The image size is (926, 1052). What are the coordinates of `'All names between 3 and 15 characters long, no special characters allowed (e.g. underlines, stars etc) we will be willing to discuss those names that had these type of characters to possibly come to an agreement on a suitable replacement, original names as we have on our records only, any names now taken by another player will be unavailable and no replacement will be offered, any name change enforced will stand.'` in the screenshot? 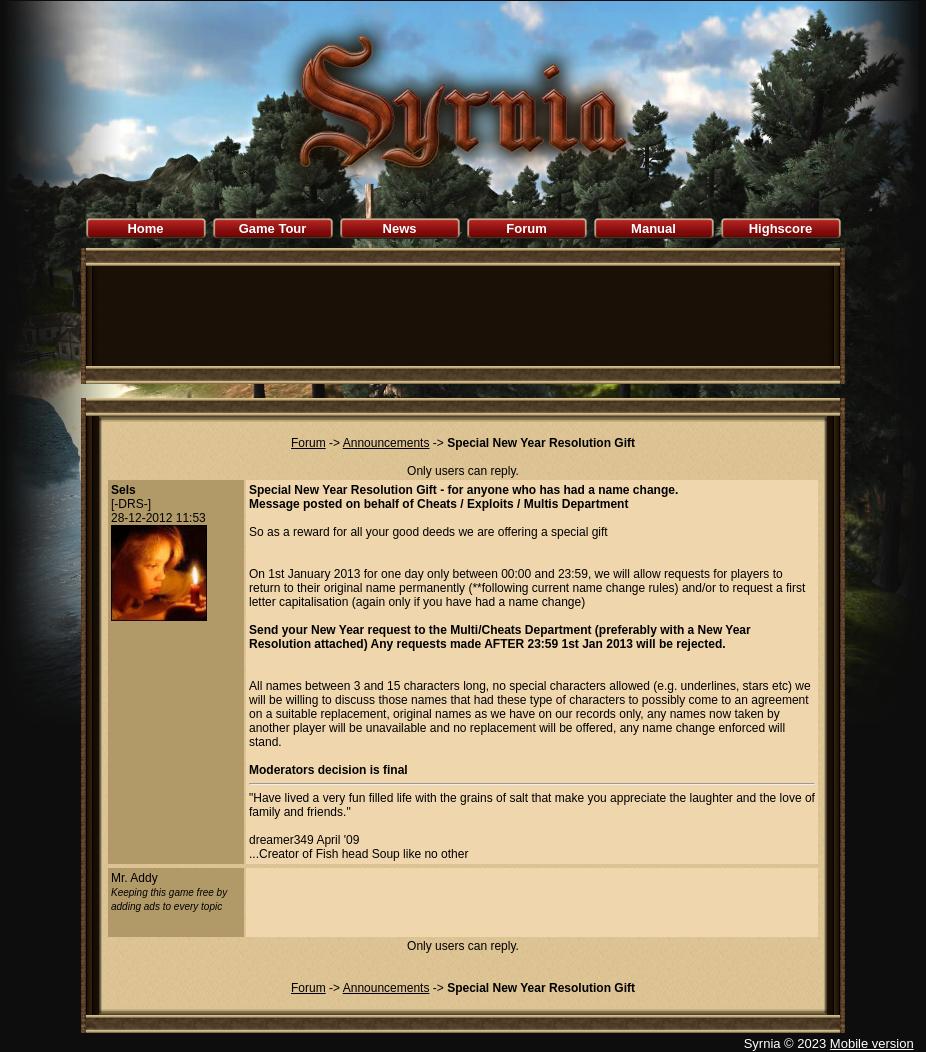 It's located at (528, 713).